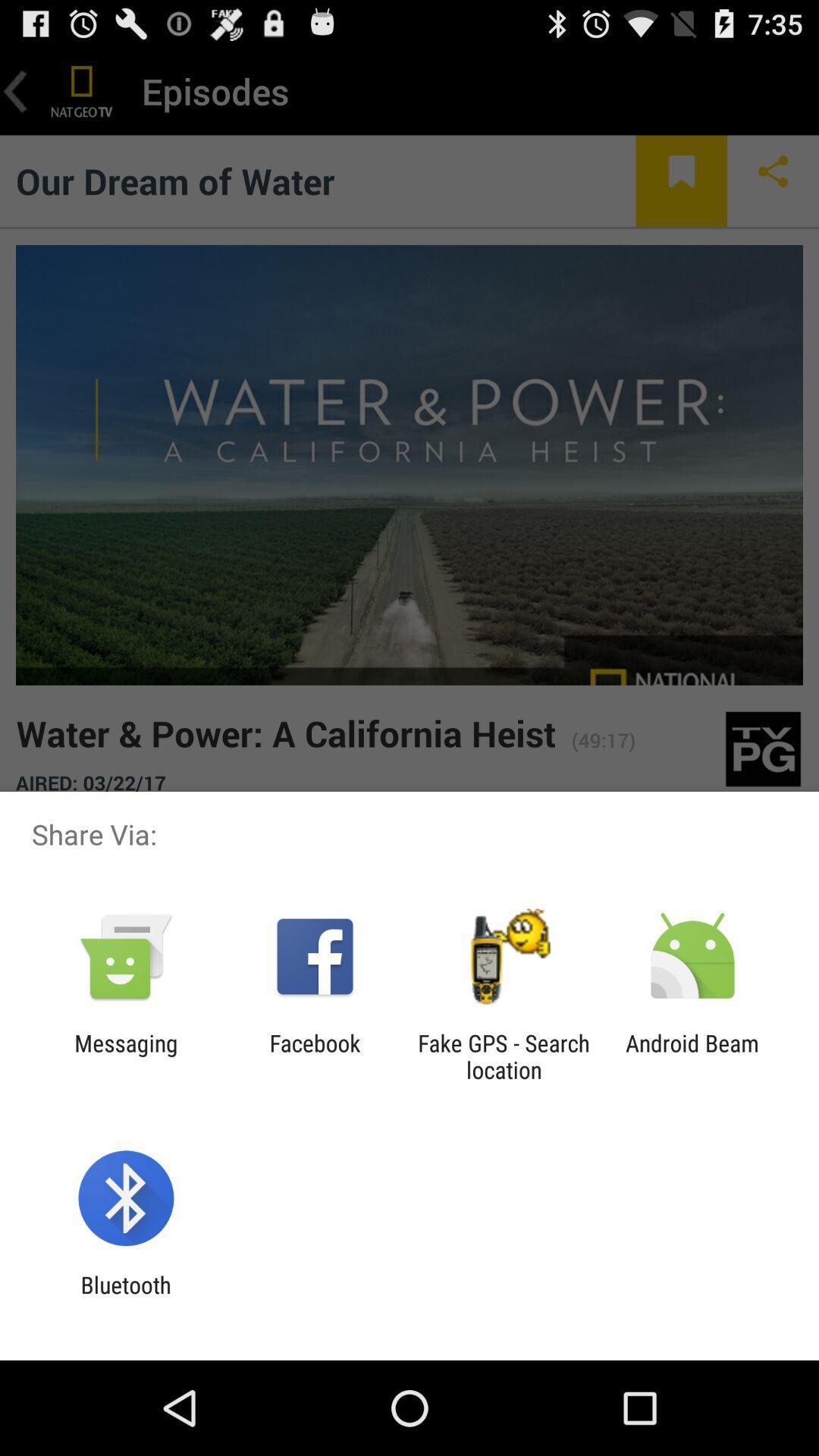 Image resolution: width=819 pixels, height=1456 pixels. I want to click on item to the right of facebook item, so click(504, 1056).